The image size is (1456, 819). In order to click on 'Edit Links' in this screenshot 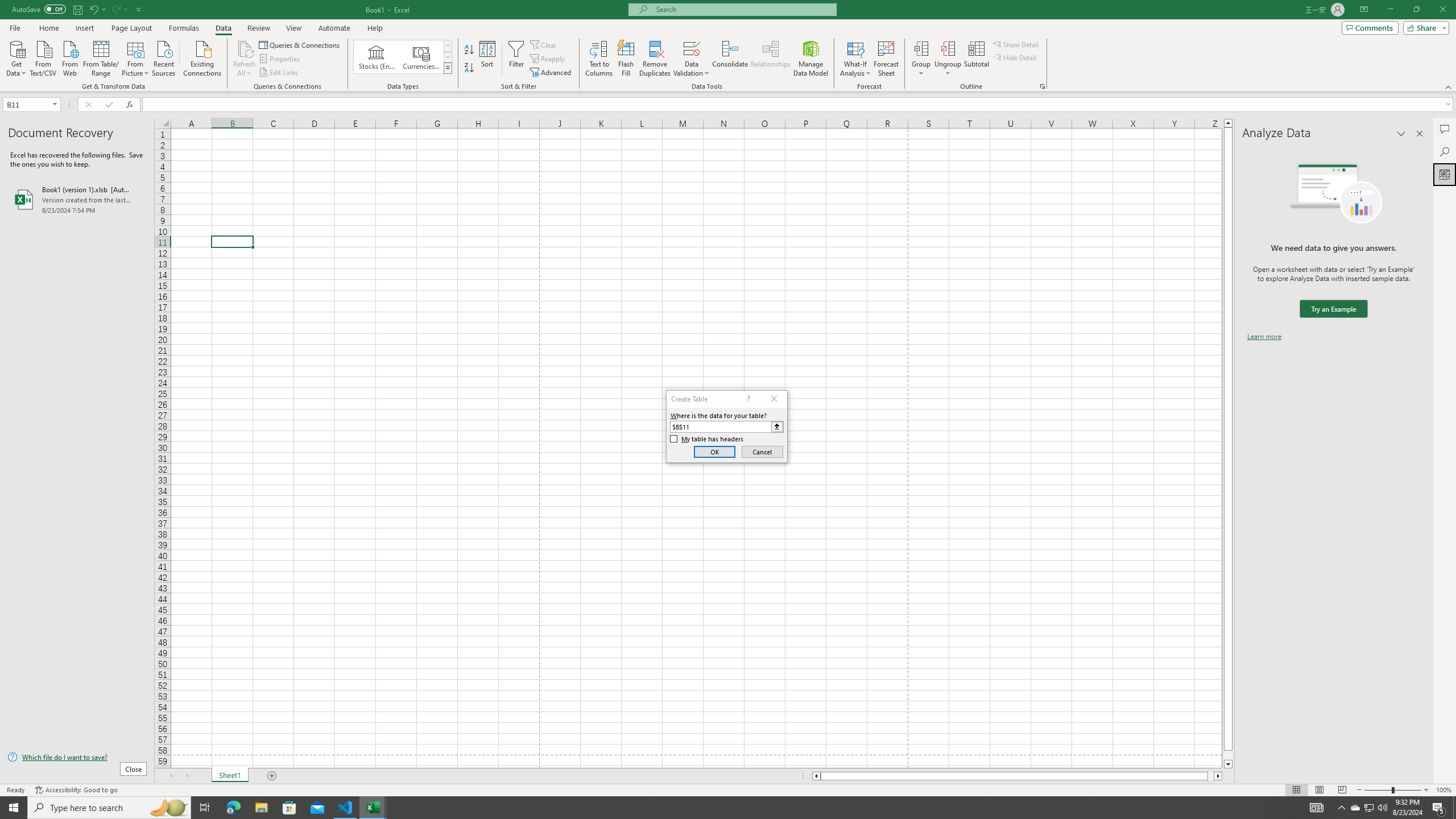, I will do `click(279, 72)`.